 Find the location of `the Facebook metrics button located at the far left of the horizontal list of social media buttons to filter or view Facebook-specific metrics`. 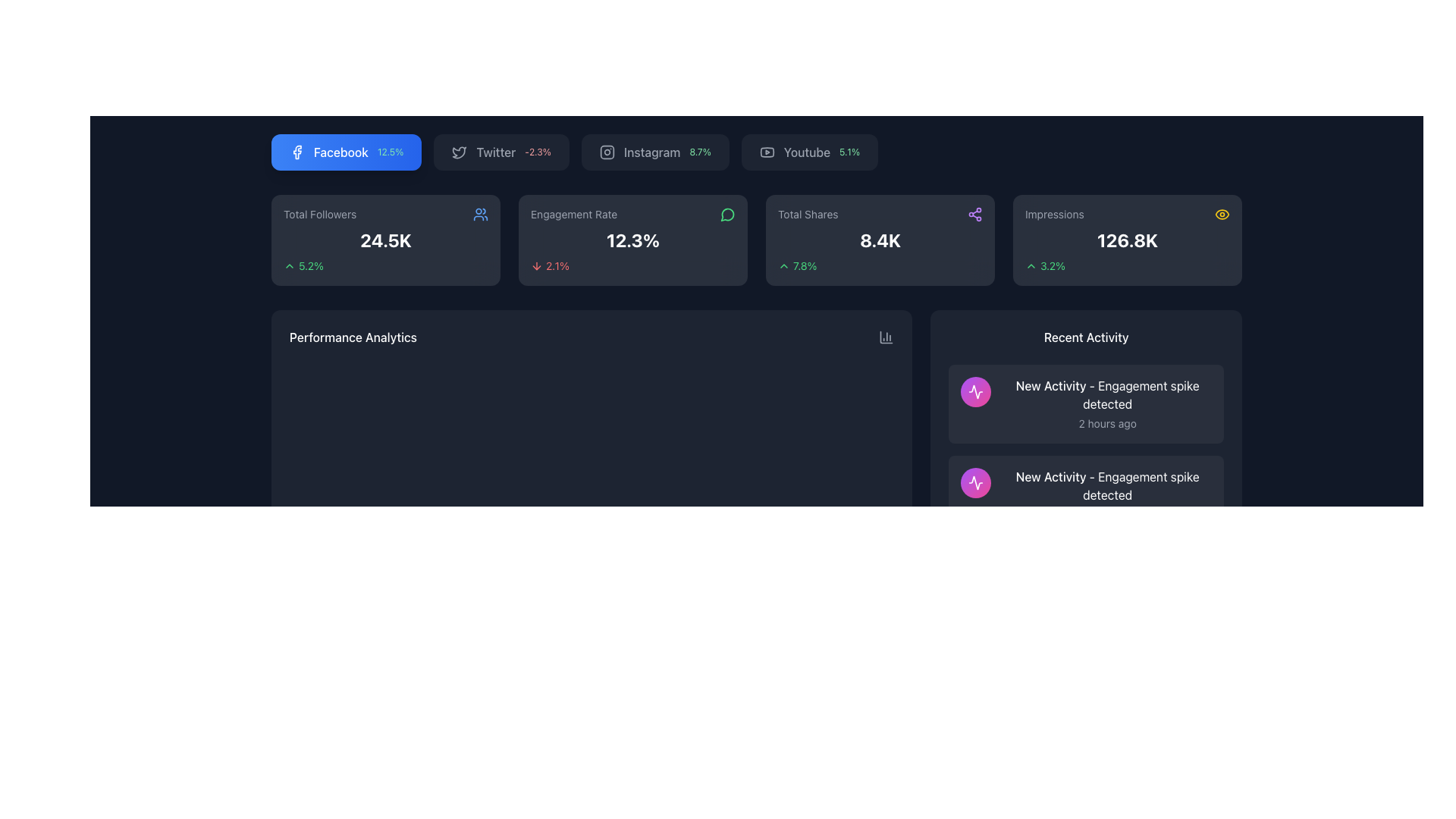

the Facebook metrics button located at the far left of the horizontal list of social media buttons to filter or view Facebook-specific metrics is located at coordinates (345, 152).